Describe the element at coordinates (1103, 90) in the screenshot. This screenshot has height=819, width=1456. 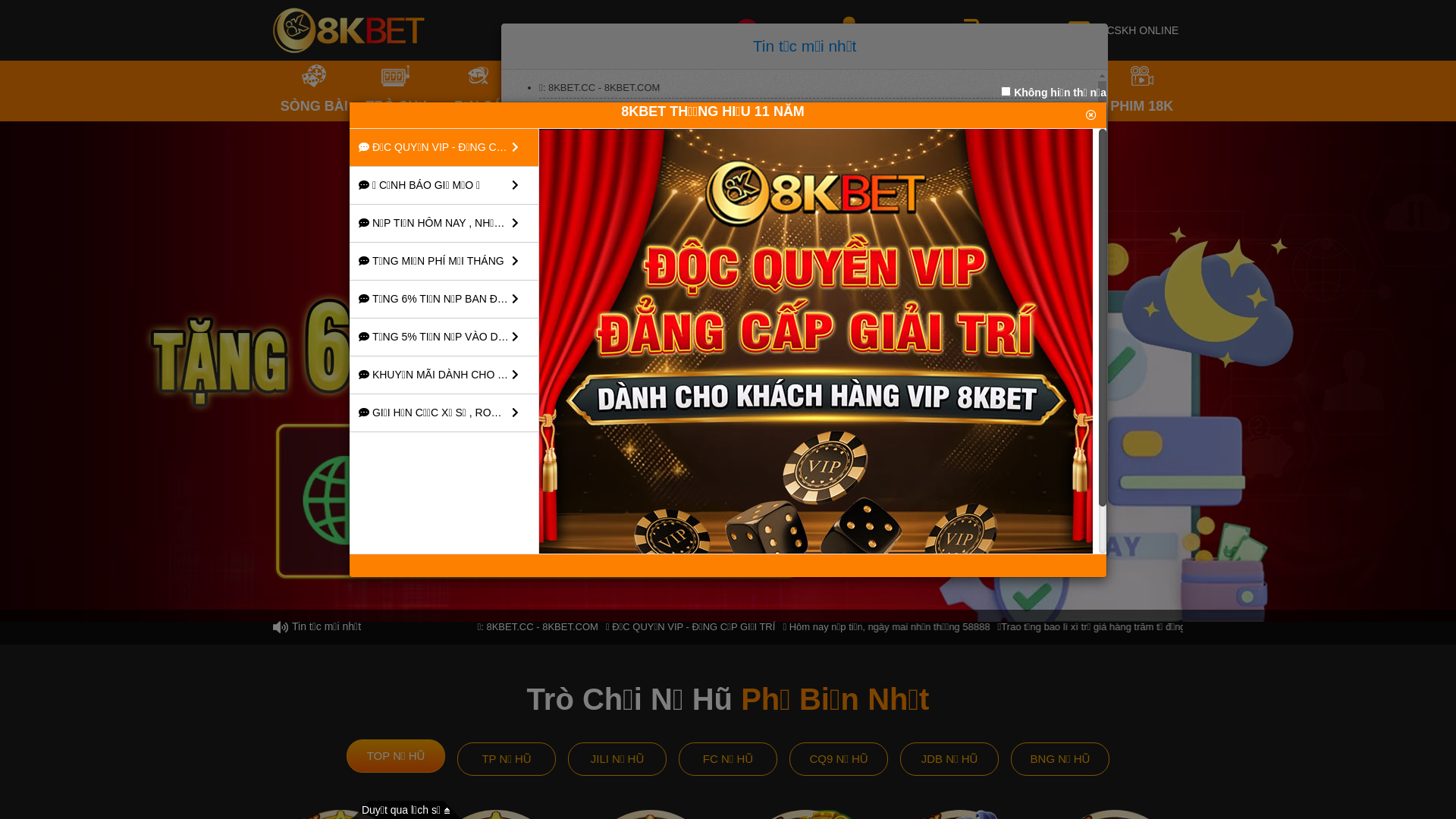
I see `'PHIM 18K'` at that location.